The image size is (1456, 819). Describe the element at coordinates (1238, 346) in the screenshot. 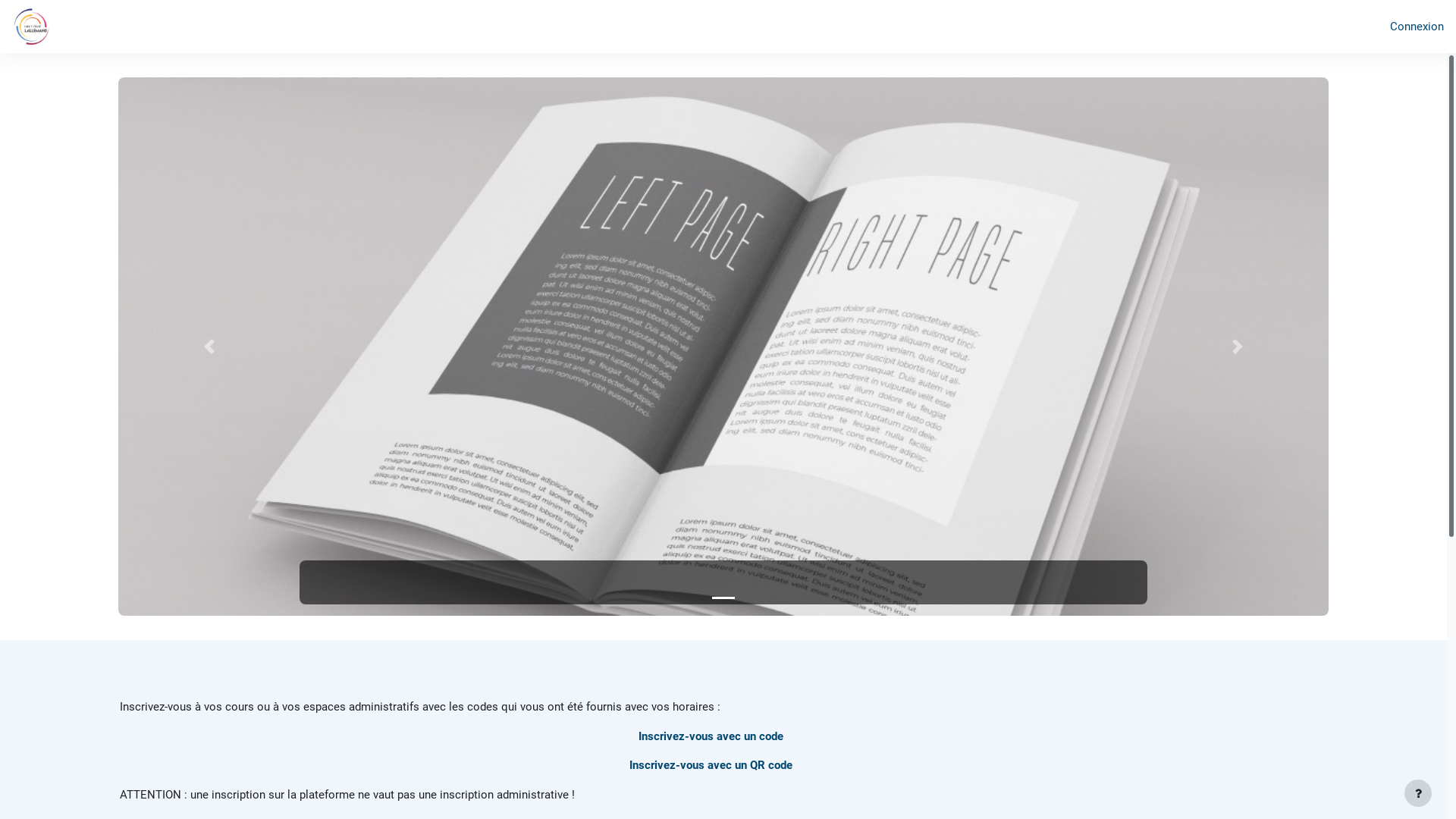

I see `'Suivant'` at that location.